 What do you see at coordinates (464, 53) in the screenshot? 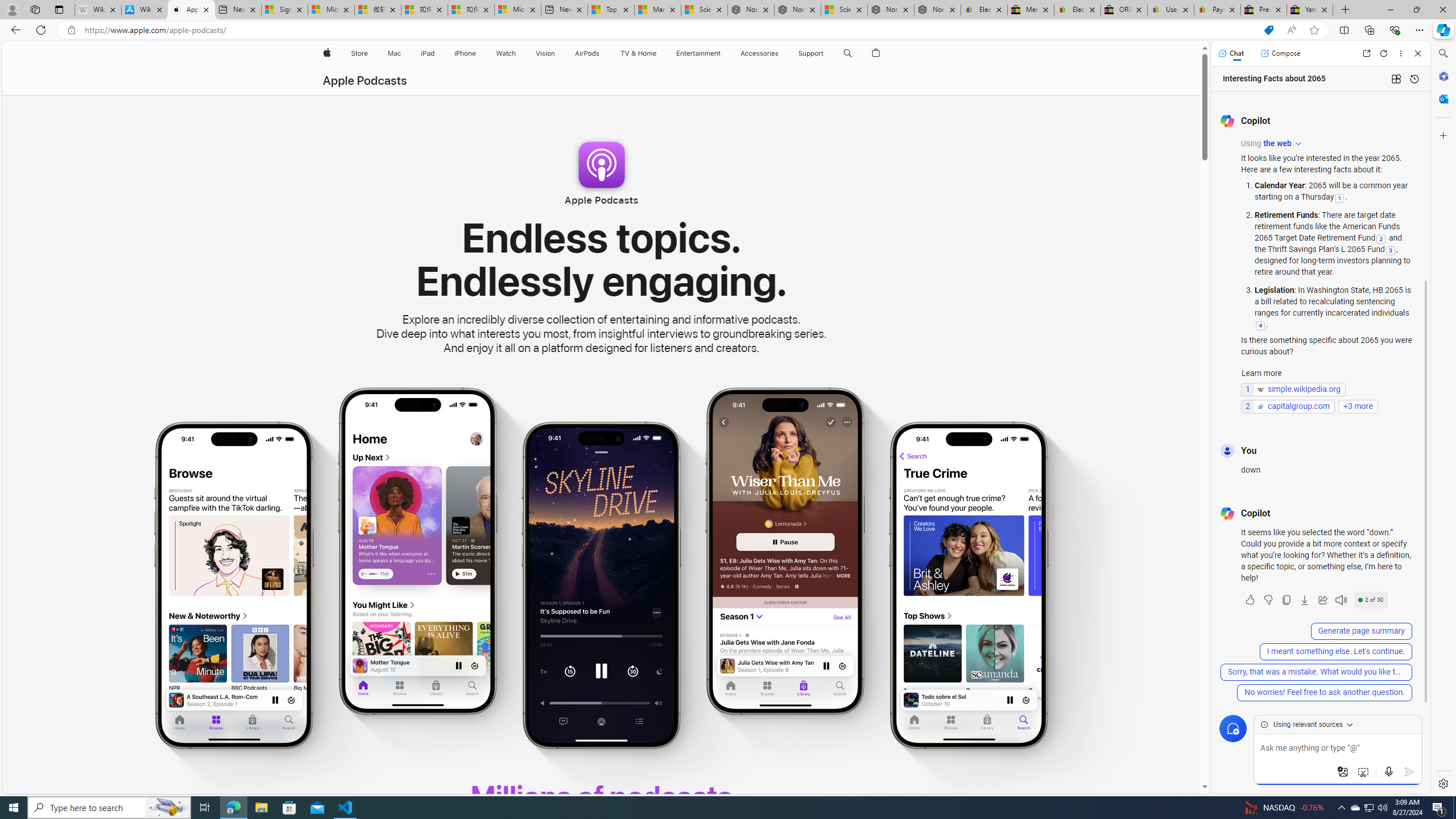
I see `'iPhone'` at bounding box center [464, 53].